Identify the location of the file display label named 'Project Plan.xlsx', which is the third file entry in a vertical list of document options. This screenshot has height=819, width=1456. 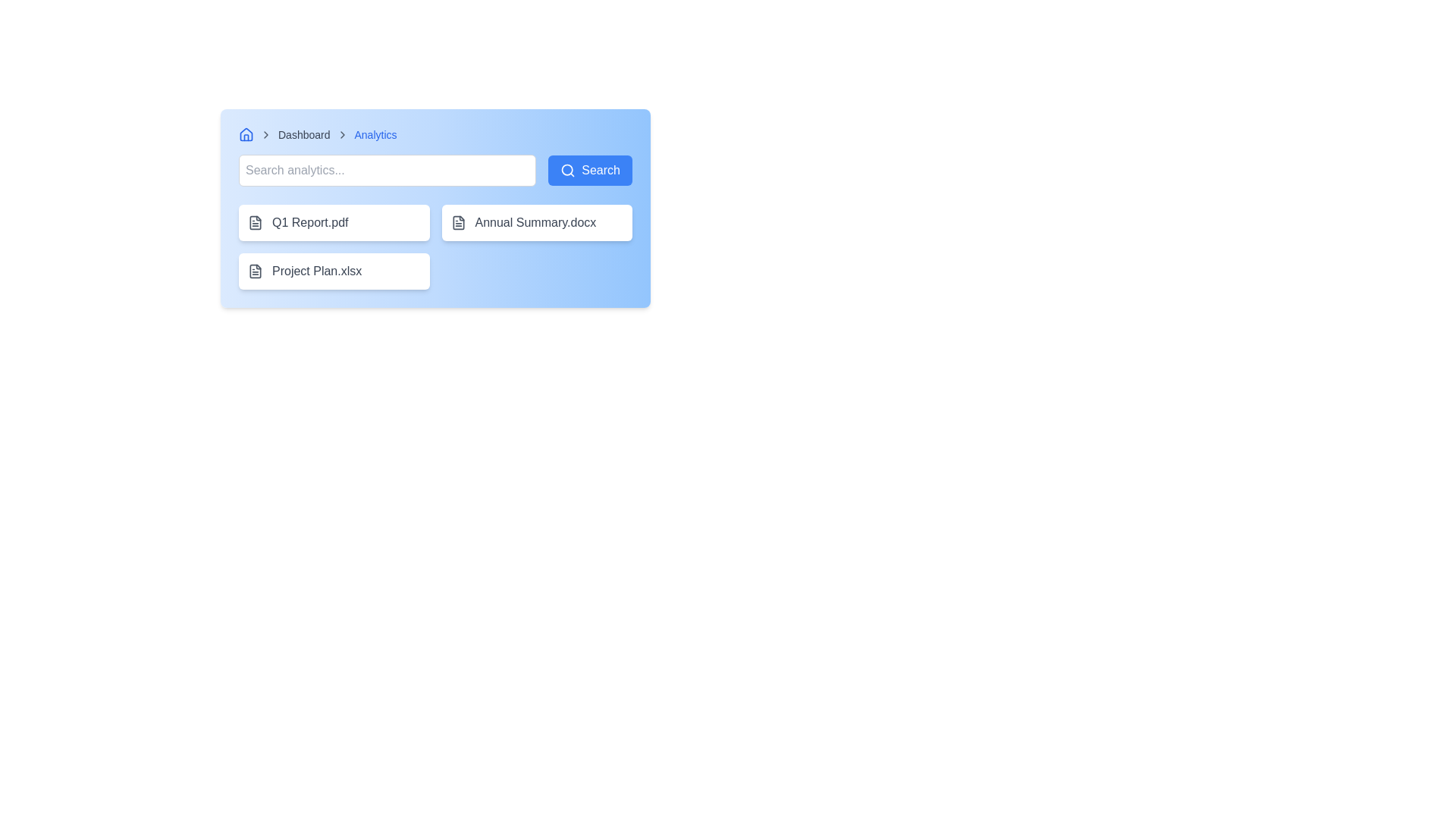
(315, 271).